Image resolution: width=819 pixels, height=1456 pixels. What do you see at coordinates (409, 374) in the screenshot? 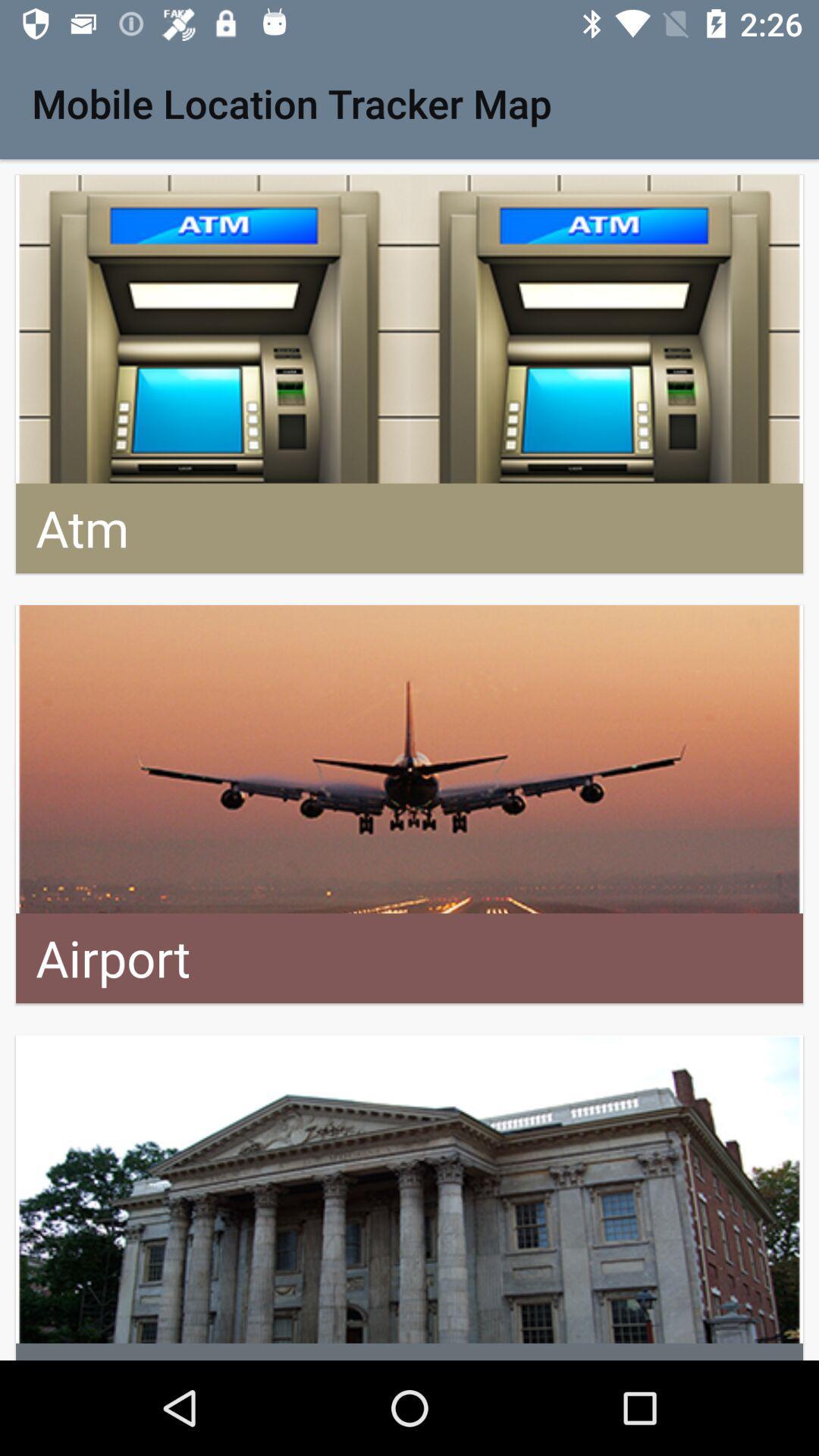
I see `atm option` at bounding box center [409, 374].